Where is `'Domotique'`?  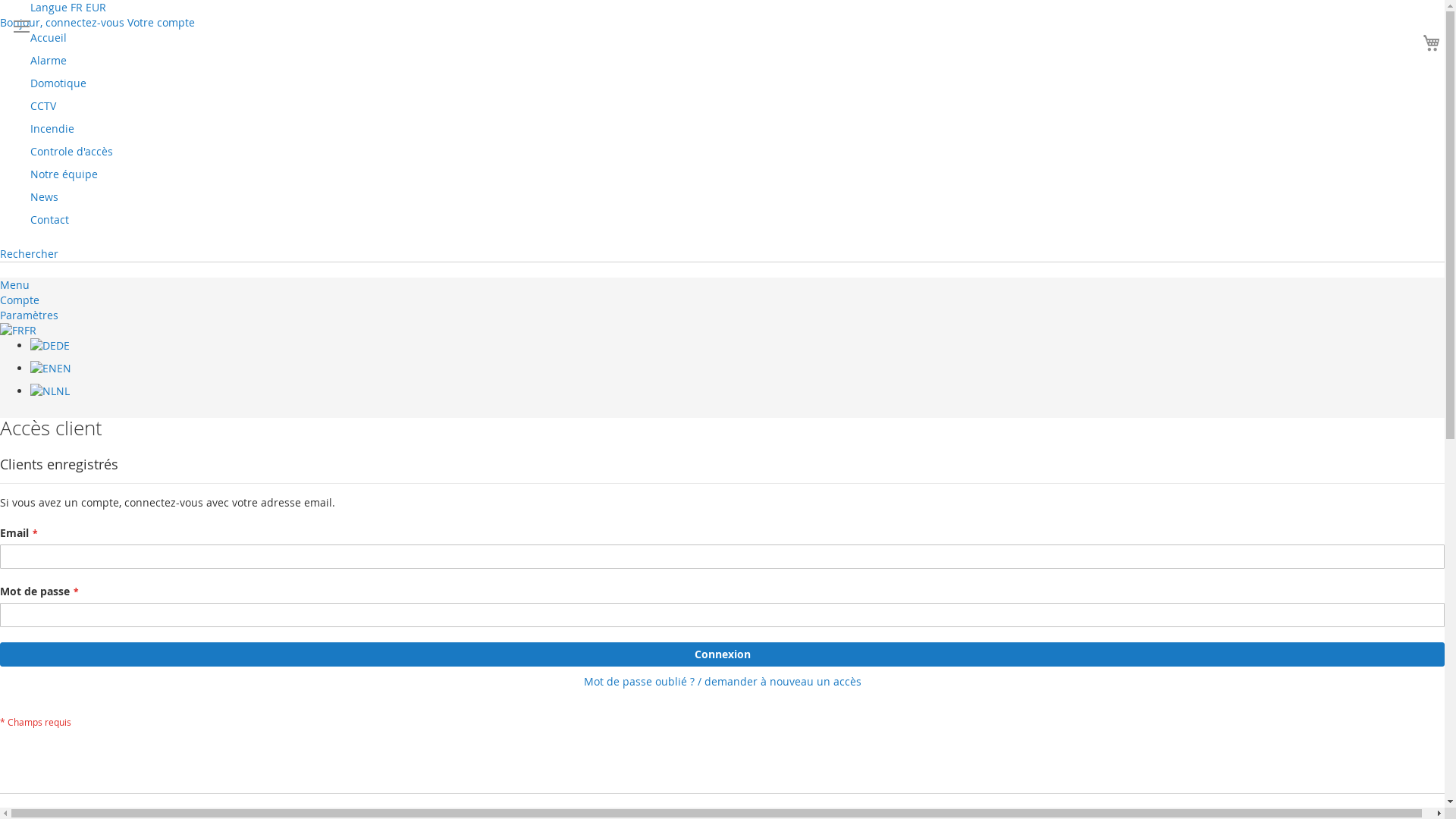
'Domotique' is located at coordinates (58, 83).